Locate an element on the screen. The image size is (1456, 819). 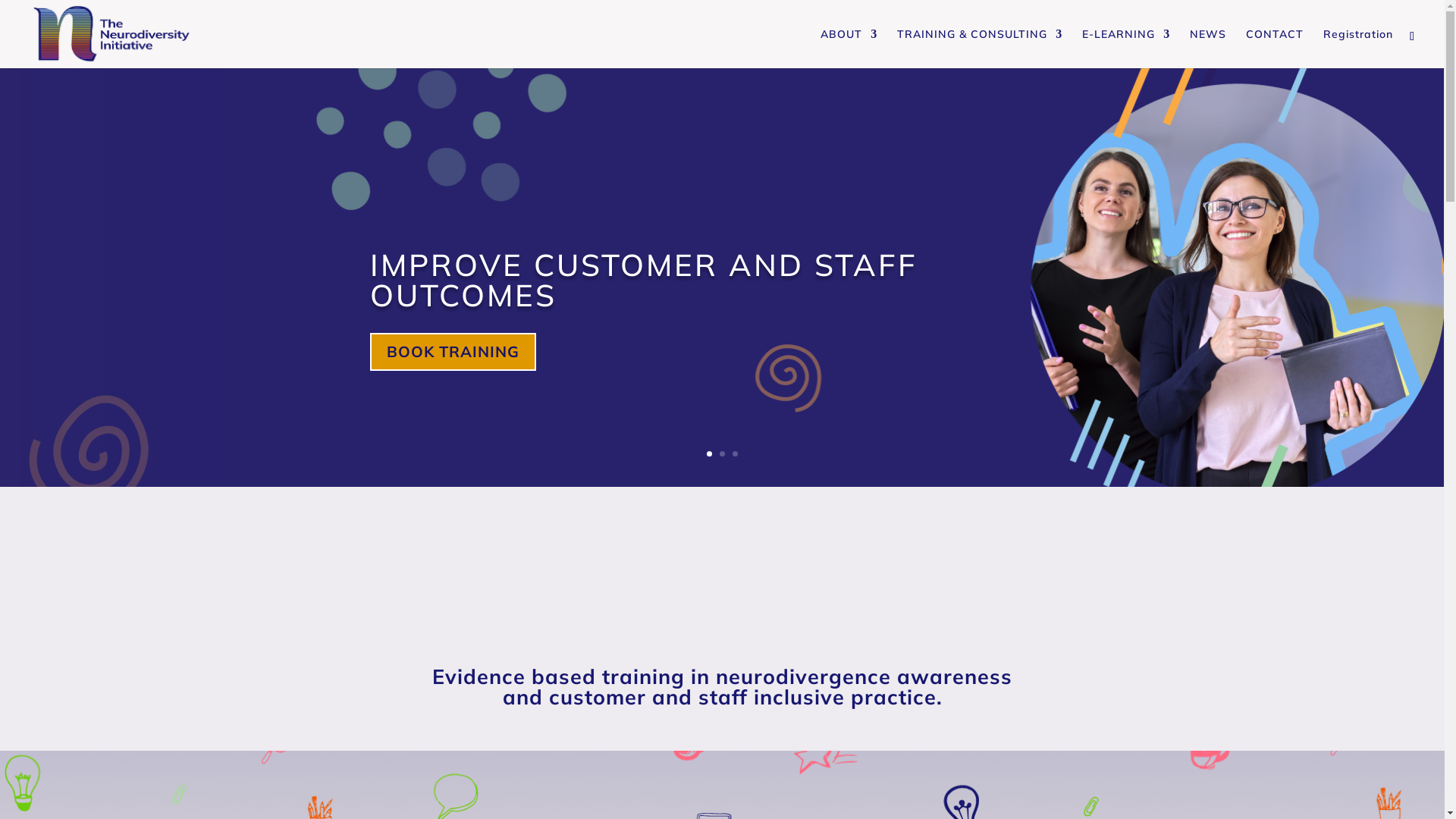
'TRAINING & CONSULTING' is located at coordinates (979, 48).